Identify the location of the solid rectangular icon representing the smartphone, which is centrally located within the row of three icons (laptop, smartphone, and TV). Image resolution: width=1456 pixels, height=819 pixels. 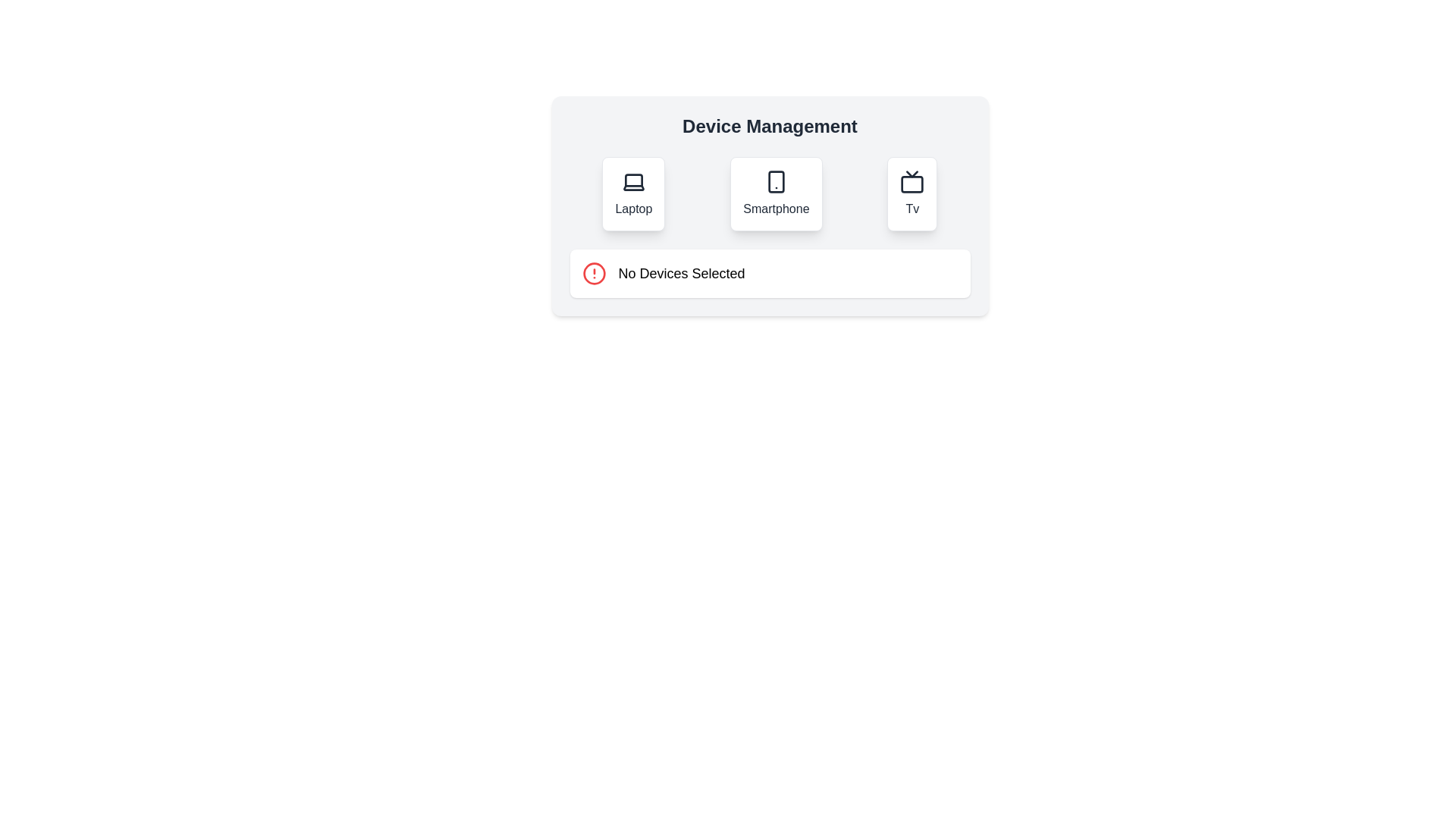
(776, 180).